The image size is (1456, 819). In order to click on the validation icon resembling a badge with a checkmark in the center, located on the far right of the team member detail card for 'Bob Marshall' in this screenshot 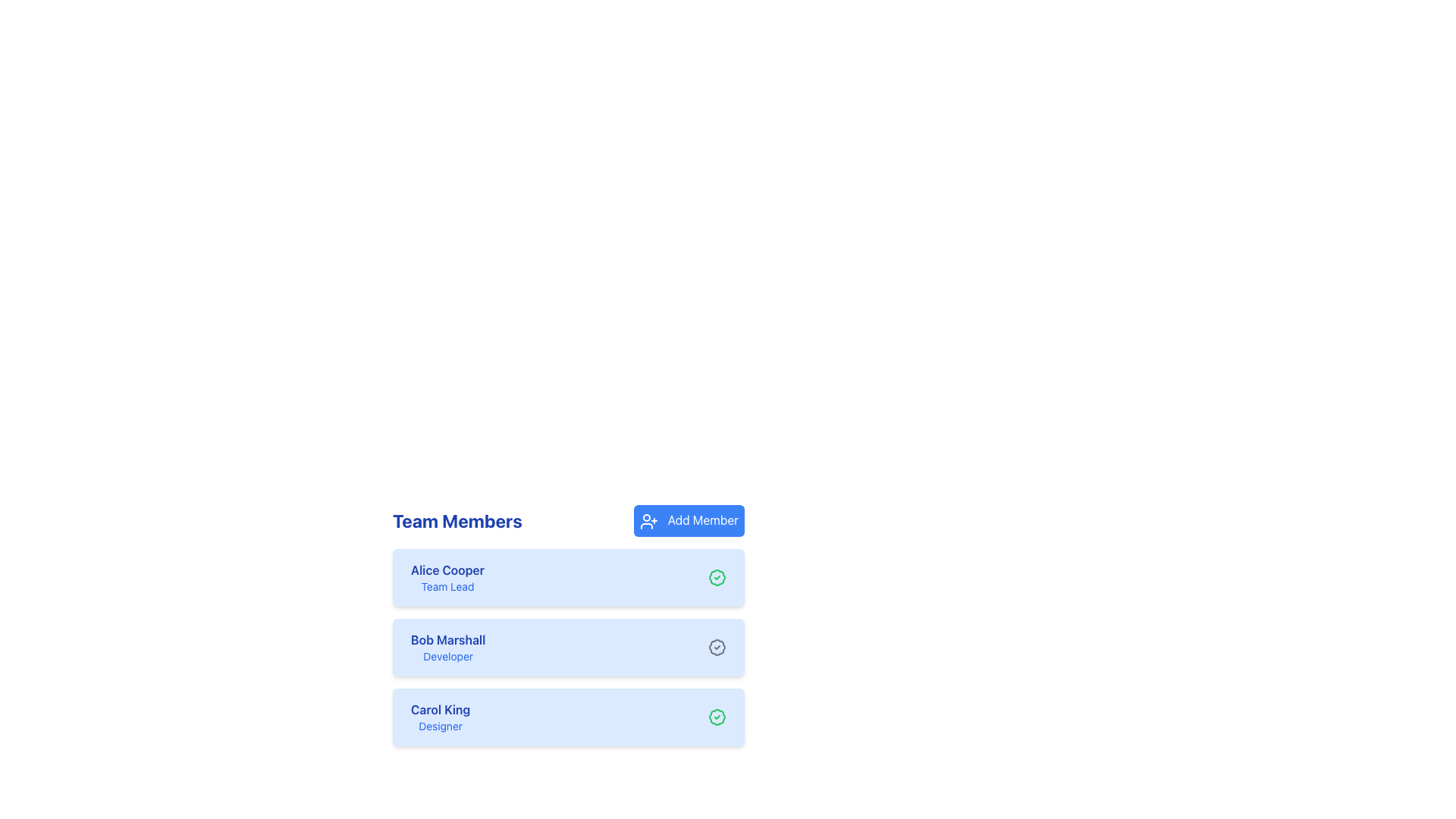, I will do `click(716, 646)`.